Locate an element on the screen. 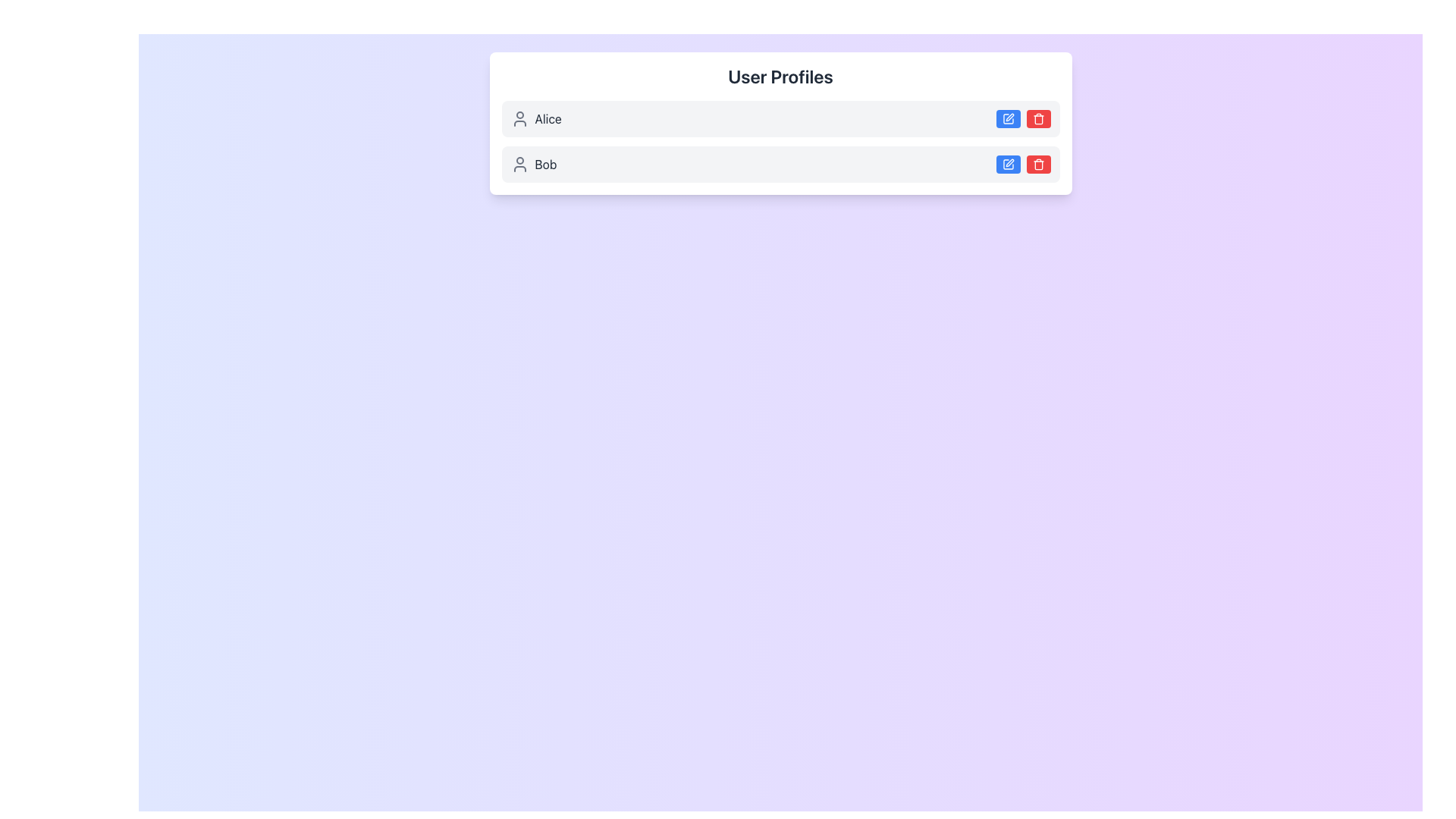 This screenshot has height=819, width=1456. the edit icon for the user entry labeled 'Bob' in the User Profiles list is located at coordinates (1008, 164).